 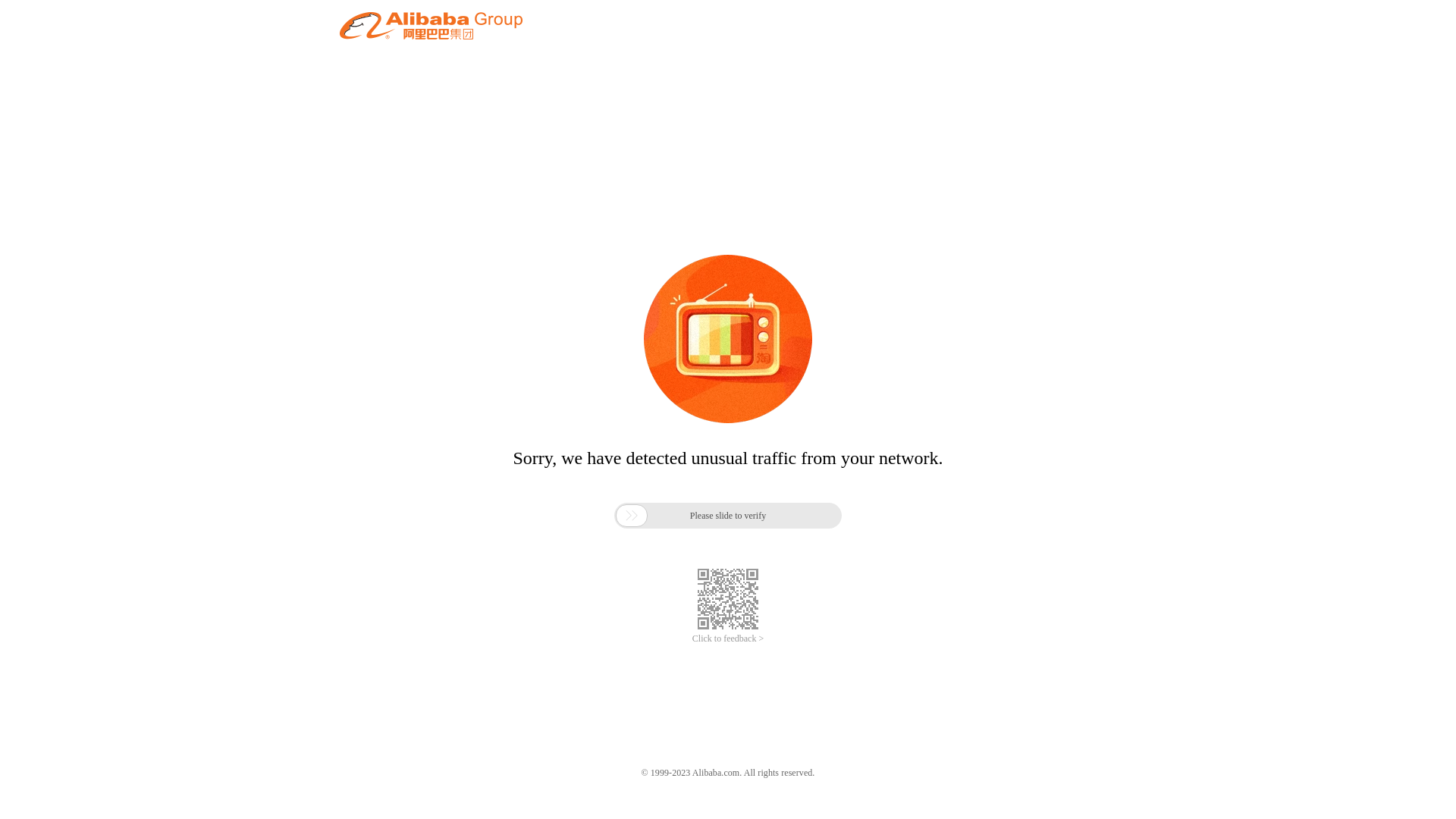 I want to click on 'Click to feedback >', so click(x=728, y=639).